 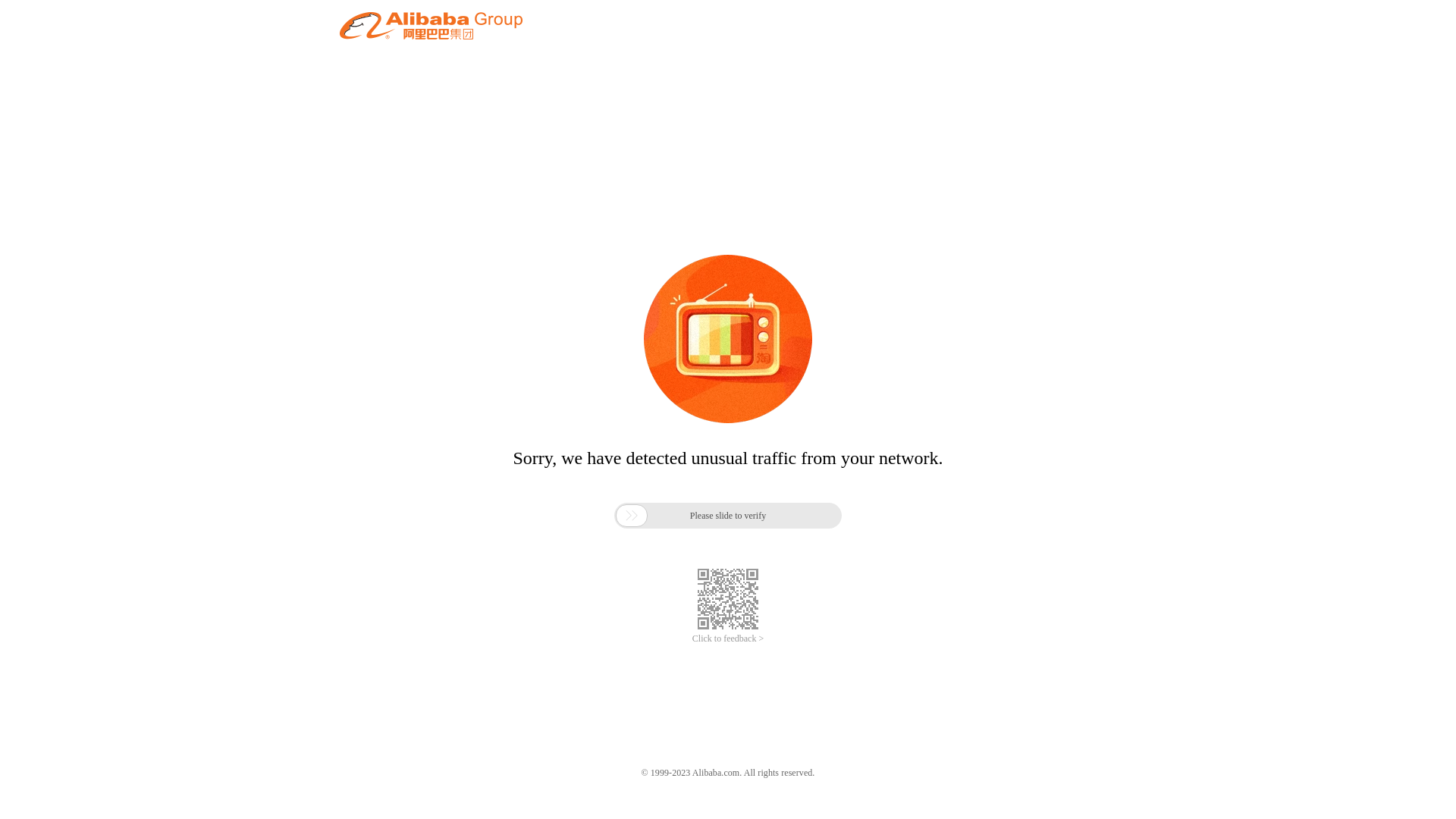 I want to click on 'Click to feedback >', so click(x=728, y=639).